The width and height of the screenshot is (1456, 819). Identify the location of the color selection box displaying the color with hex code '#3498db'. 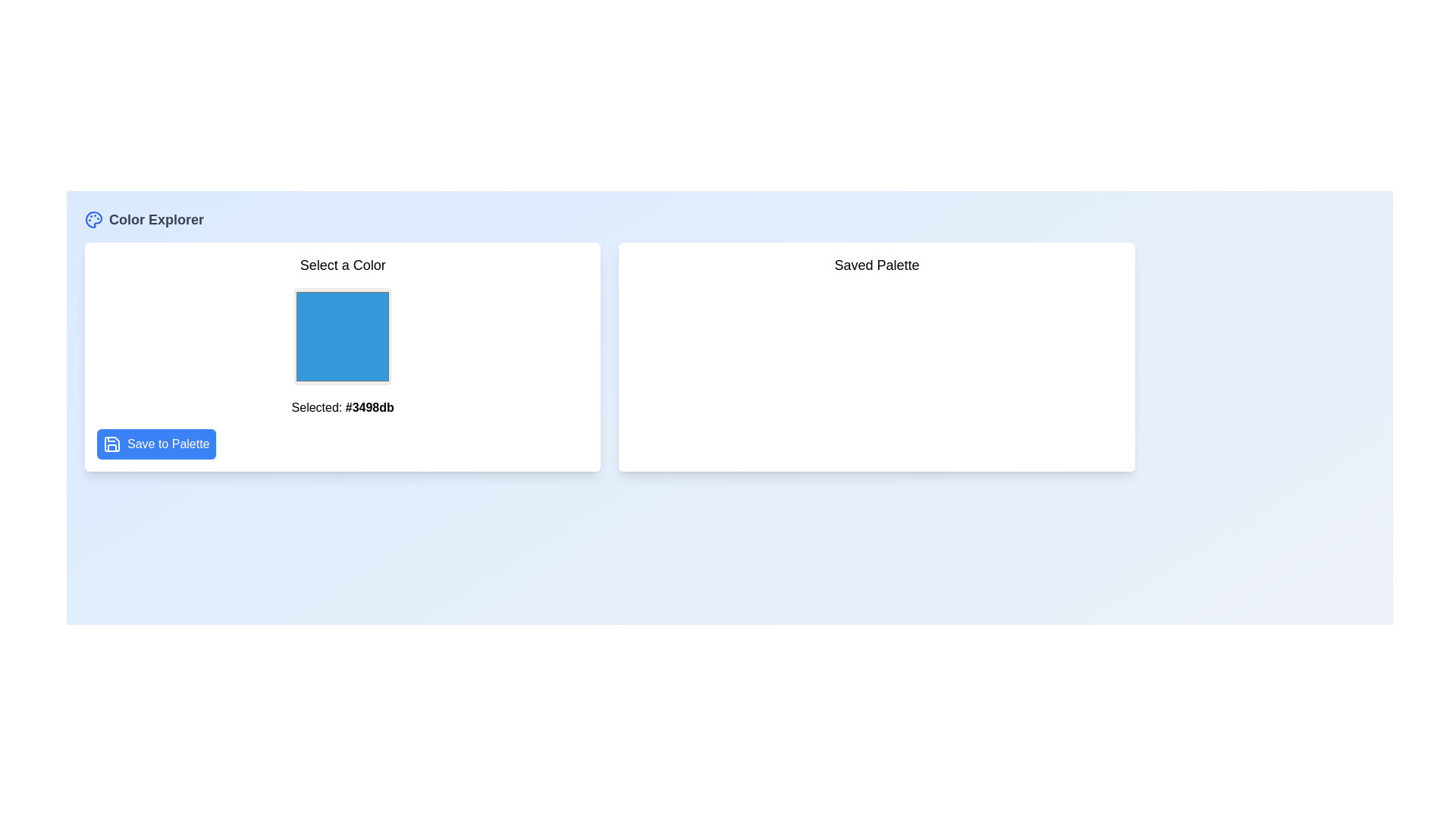
(341, 335).